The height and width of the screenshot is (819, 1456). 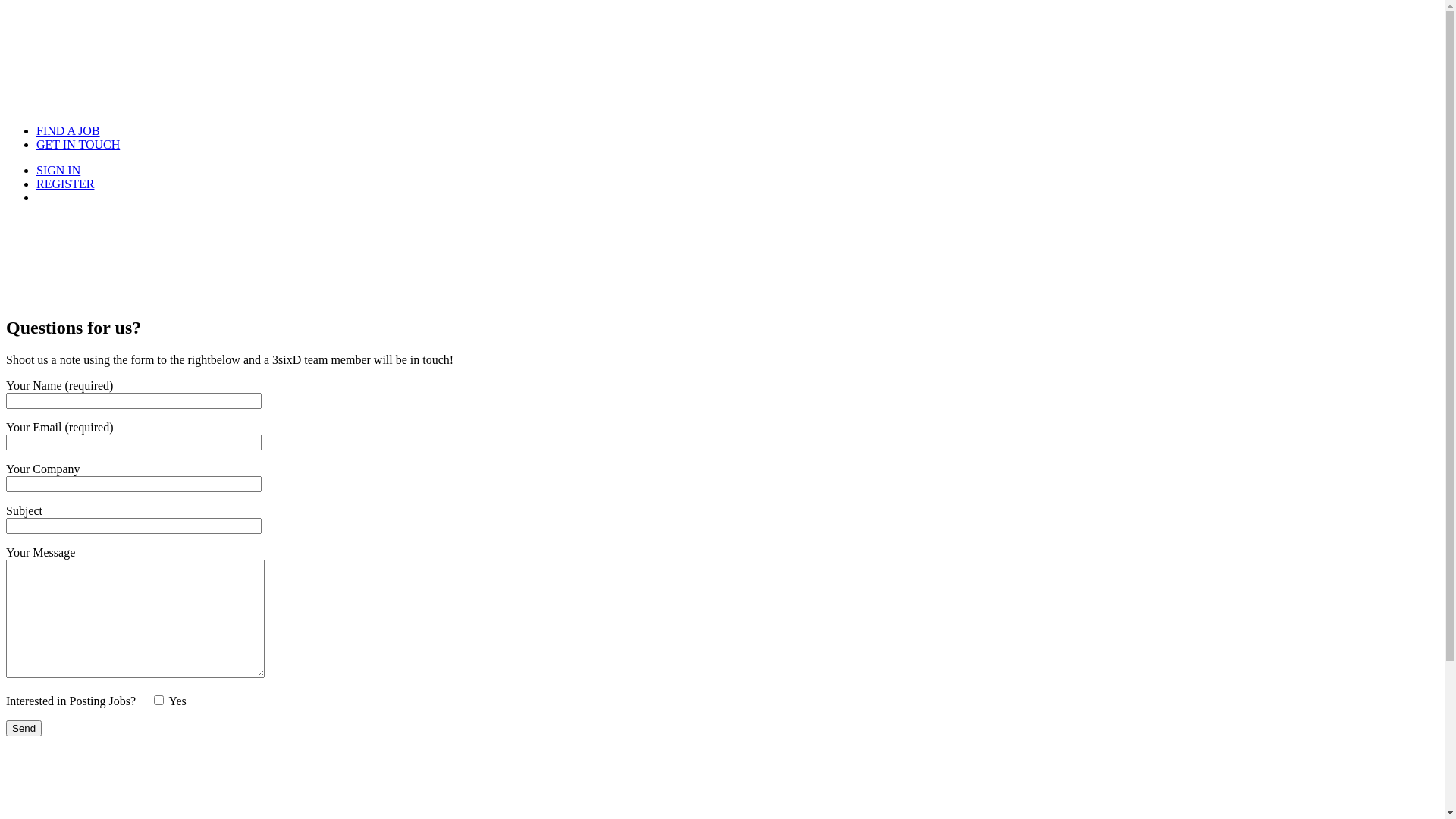 I want to click on 'FIND A JOB', so click(x=67, y=130).